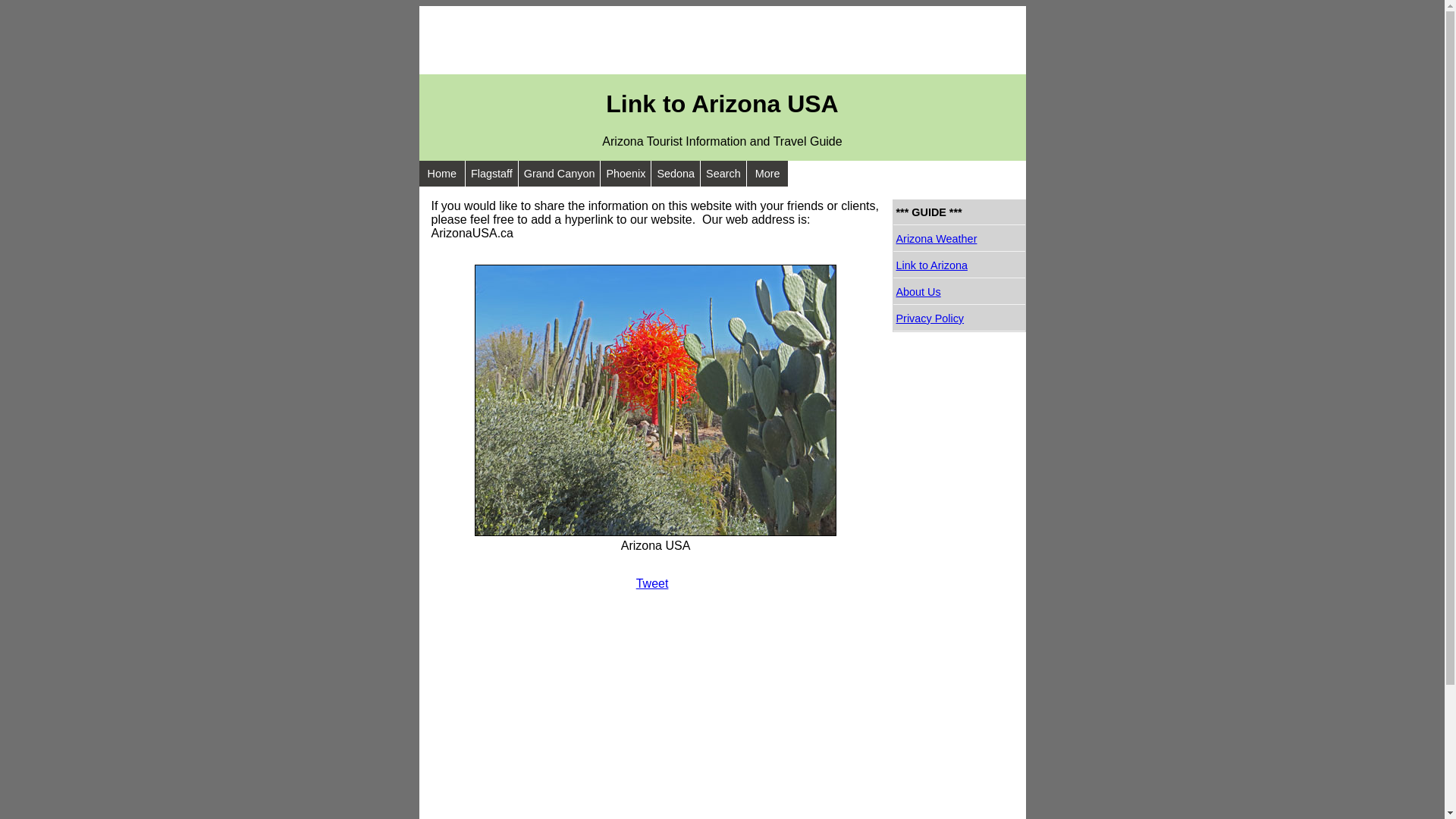  Describe the element at coordinates (959, 292) in the screenshot. I see `'About Us'` at that location.